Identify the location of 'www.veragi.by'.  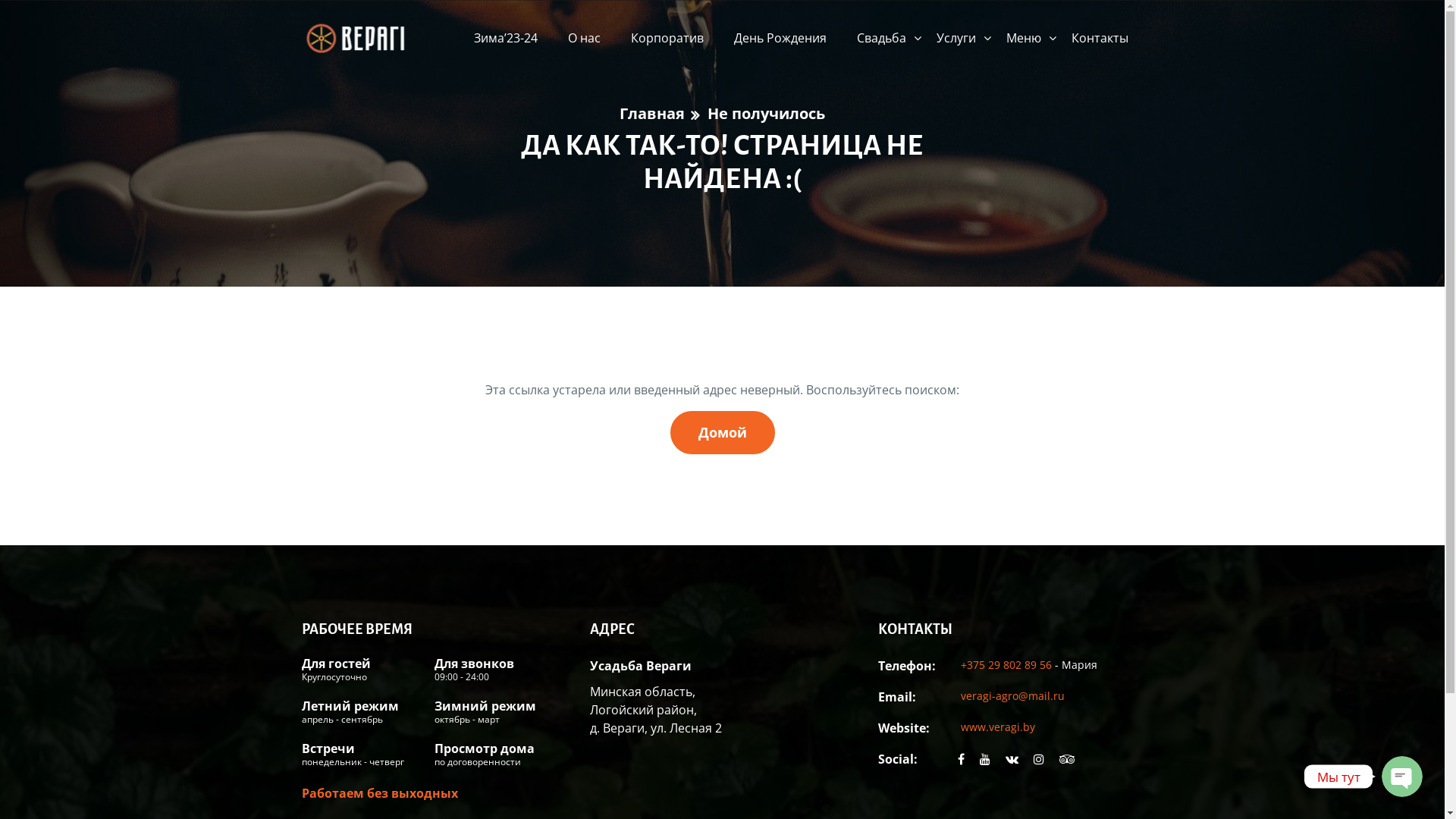
(959, 725).